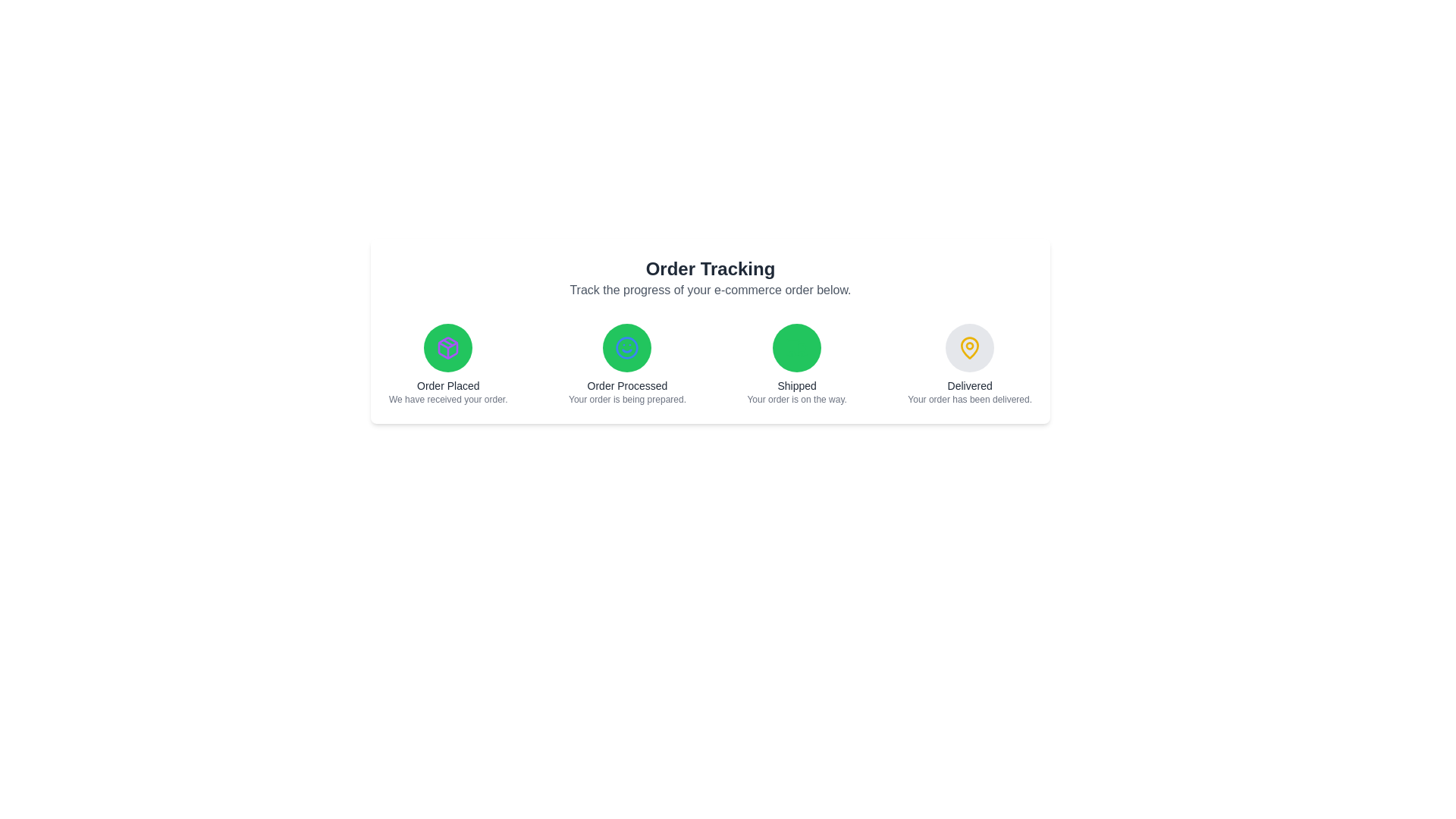 The height and width of the screenshot is (819, 1456). Describe the element at coordinates (627, 365) in the screenshot. I see `text of the informational component indicating the order has been processed and is being prepared, located between the 'Order Placed' and 'Shipped' steps in the order progress tracker` at that location.